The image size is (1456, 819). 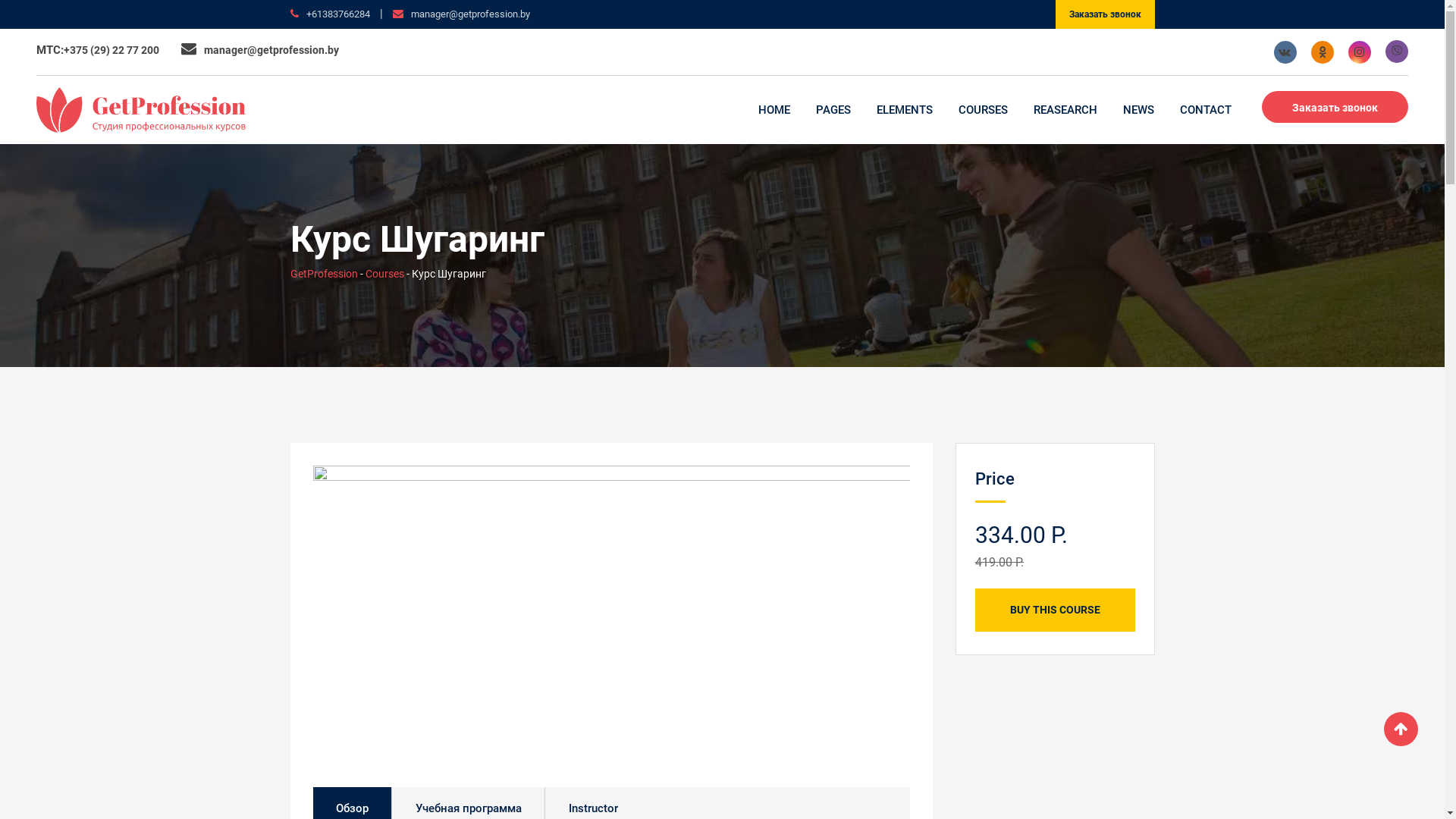 What do you see at coordinates (1138, 109) in the screenshot?
I see `'NEWS'` at bounding box center [1138, 109].